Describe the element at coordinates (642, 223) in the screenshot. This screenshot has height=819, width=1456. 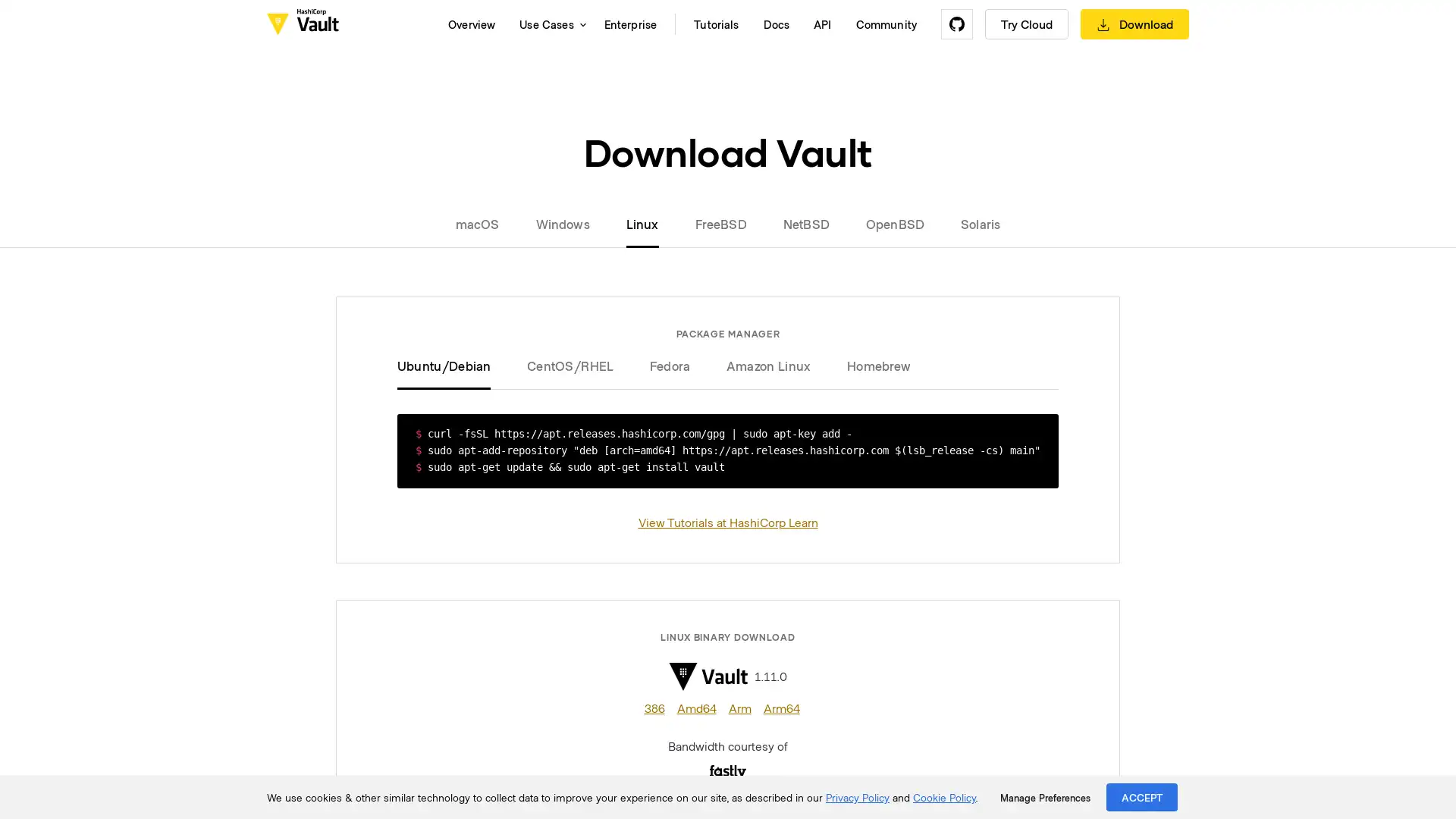
I see `Linux` at that location.